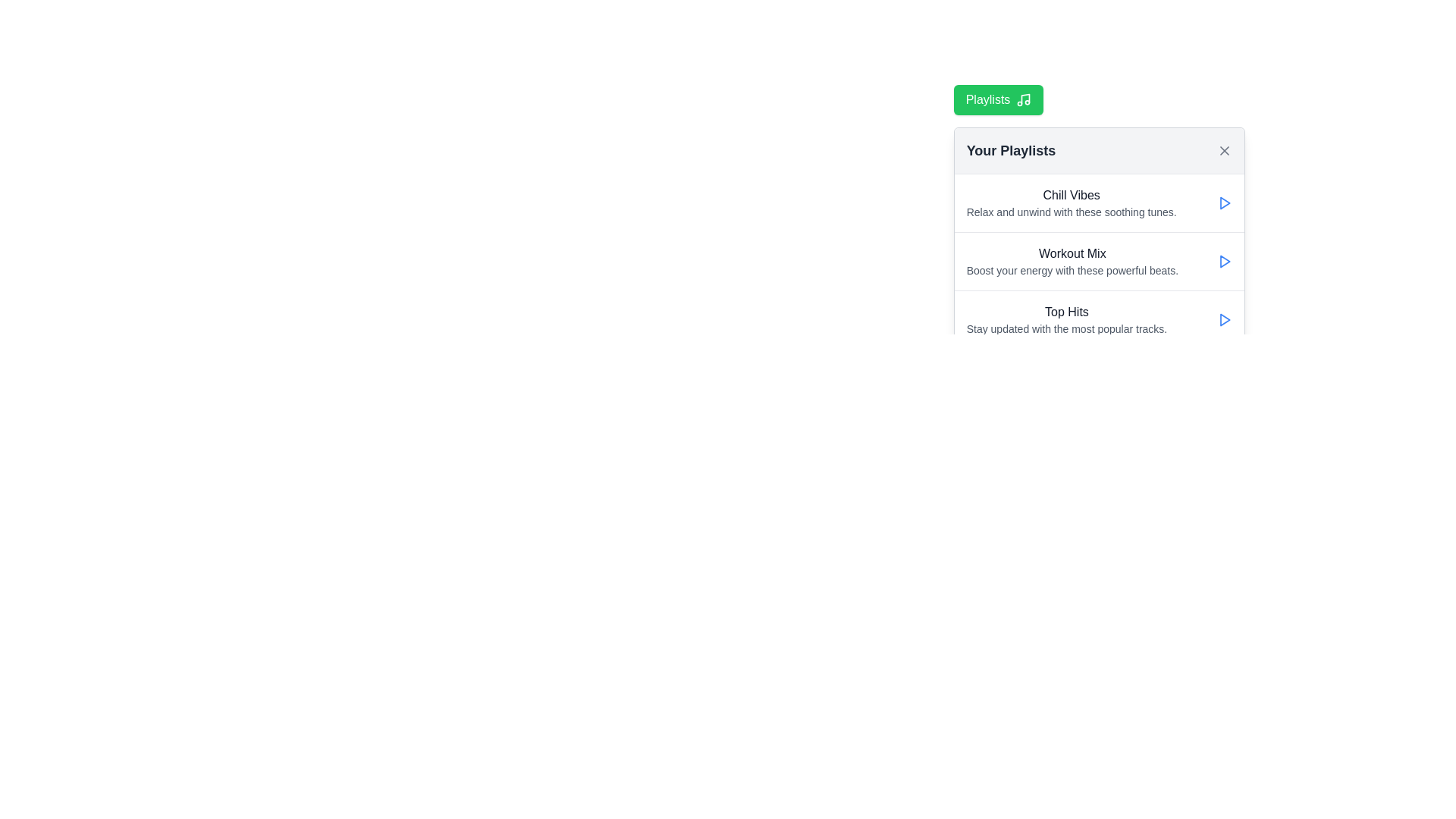 The width and height of the screenshot is (1456, 819). I want to click on the 'Top Hits' playlist category list item, which is the third item in the 'Your Playlists' panel, situated between 'Workout Mix' and no other content, so click(1099, 318).